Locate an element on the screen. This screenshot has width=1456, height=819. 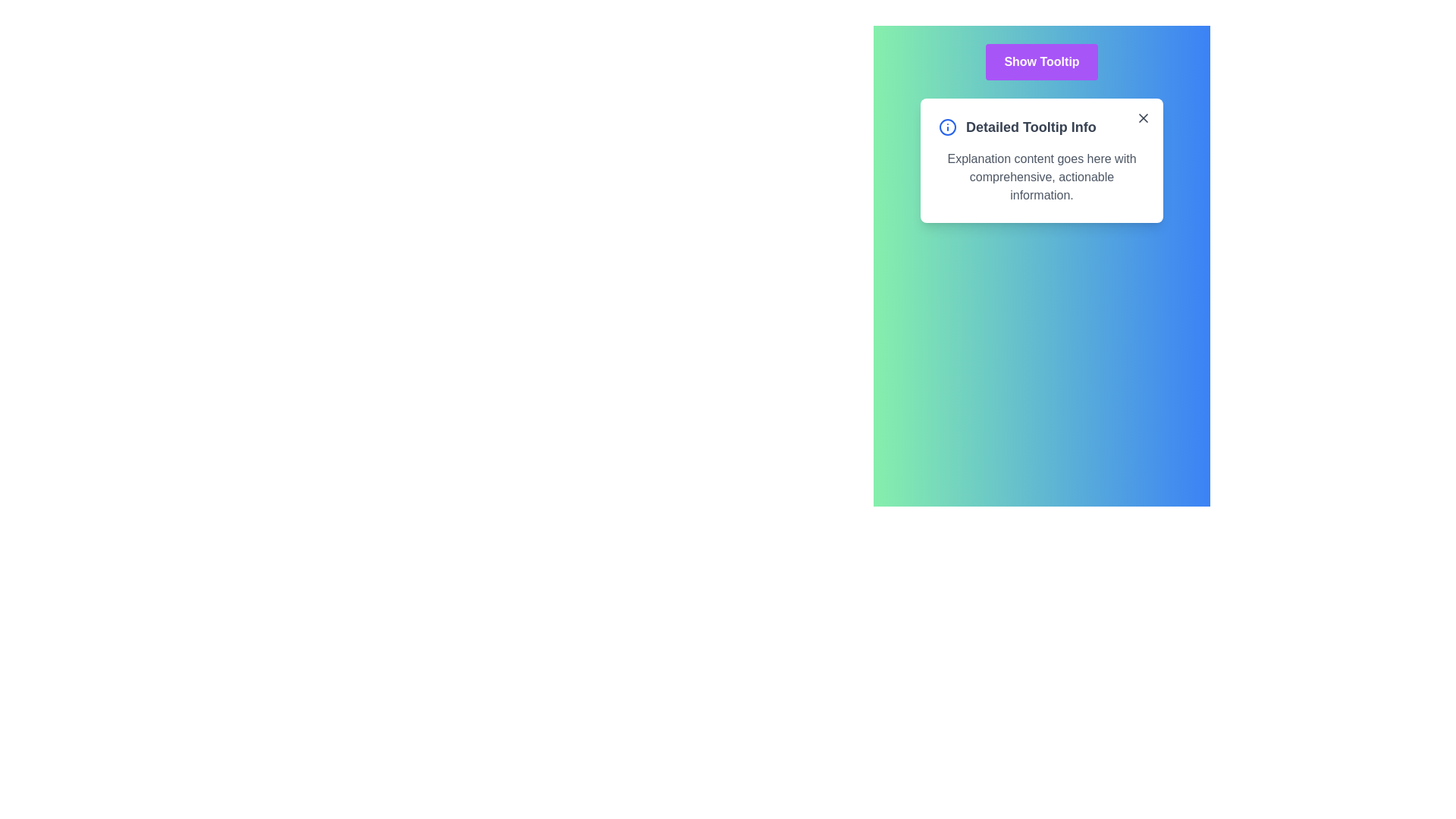
the close icon located at the top-right corner of the tooltip is located at coordinates (1143, 117).